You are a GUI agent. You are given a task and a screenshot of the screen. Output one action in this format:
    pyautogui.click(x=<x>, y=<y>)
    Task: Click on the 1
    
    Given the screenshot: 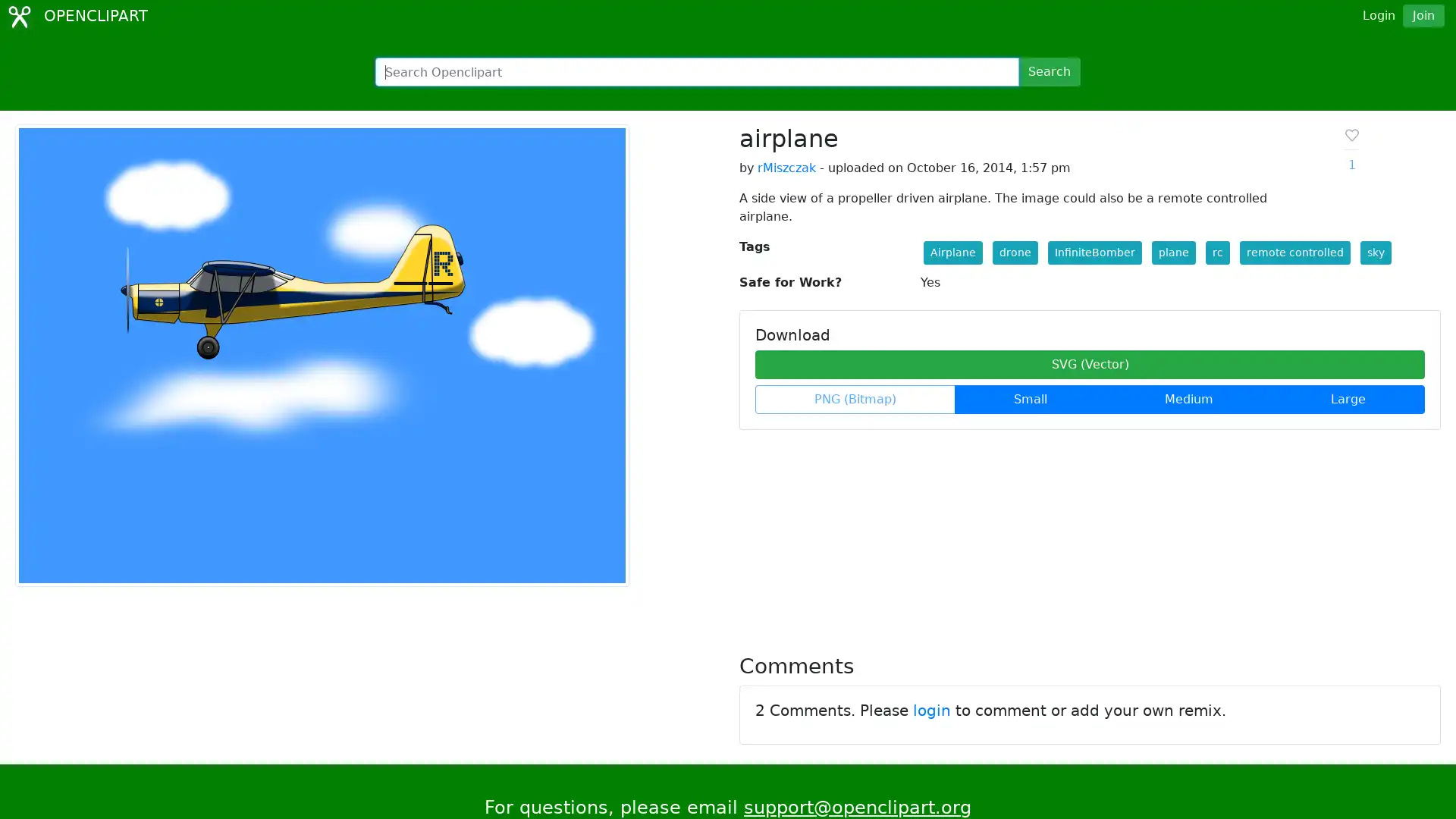 What is the action you would take?
    pyautogui.click(x=1351, y=149)
    